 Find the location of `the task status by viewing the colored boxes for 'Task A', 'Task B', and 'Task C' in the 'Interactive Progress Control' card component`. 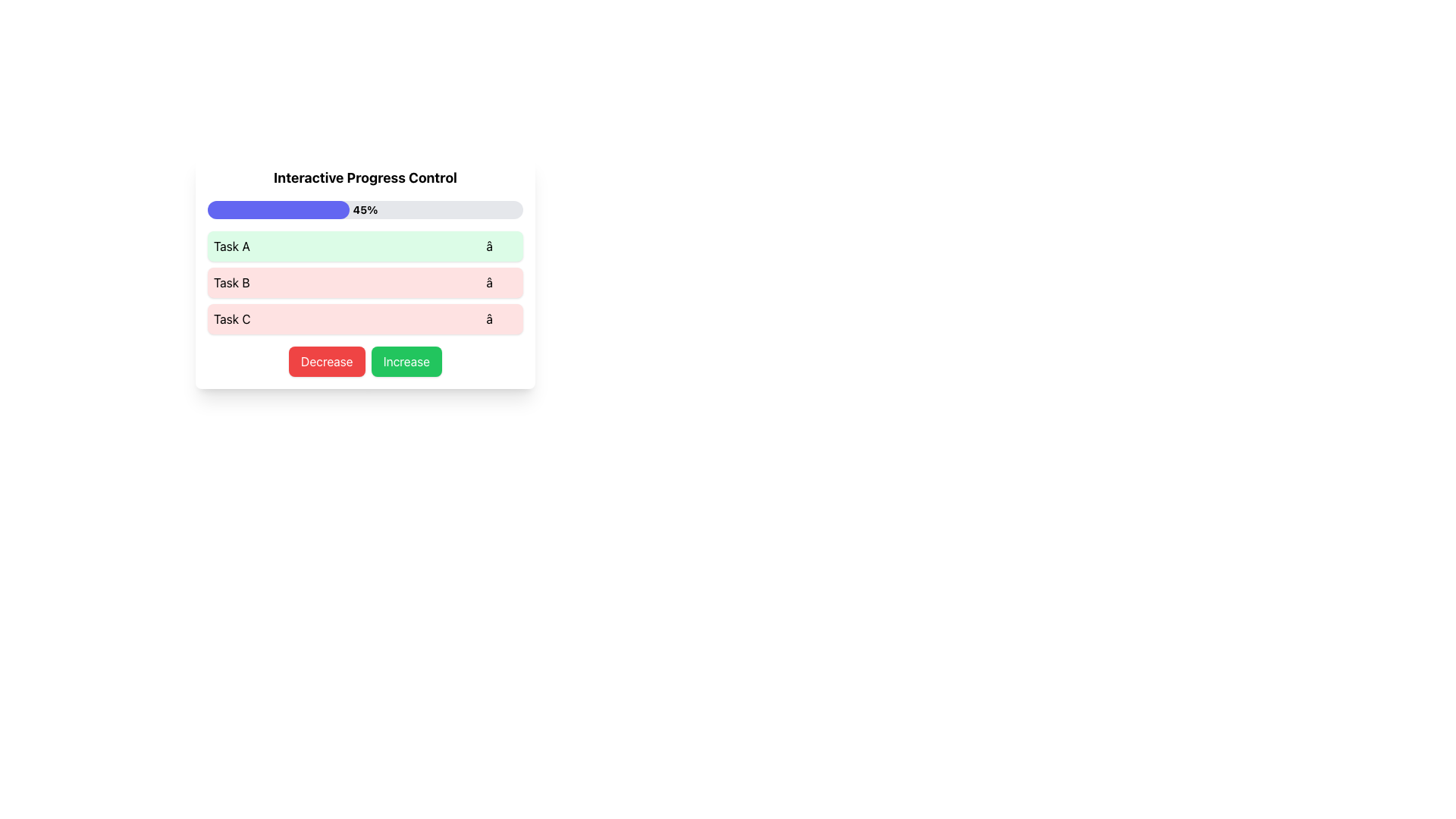

the task status by viewing the colored boxes for 'Task A', 'Task B', and 'Task C' in the 'Interactive Progress Control' card component is located at coordinates (365, 271).